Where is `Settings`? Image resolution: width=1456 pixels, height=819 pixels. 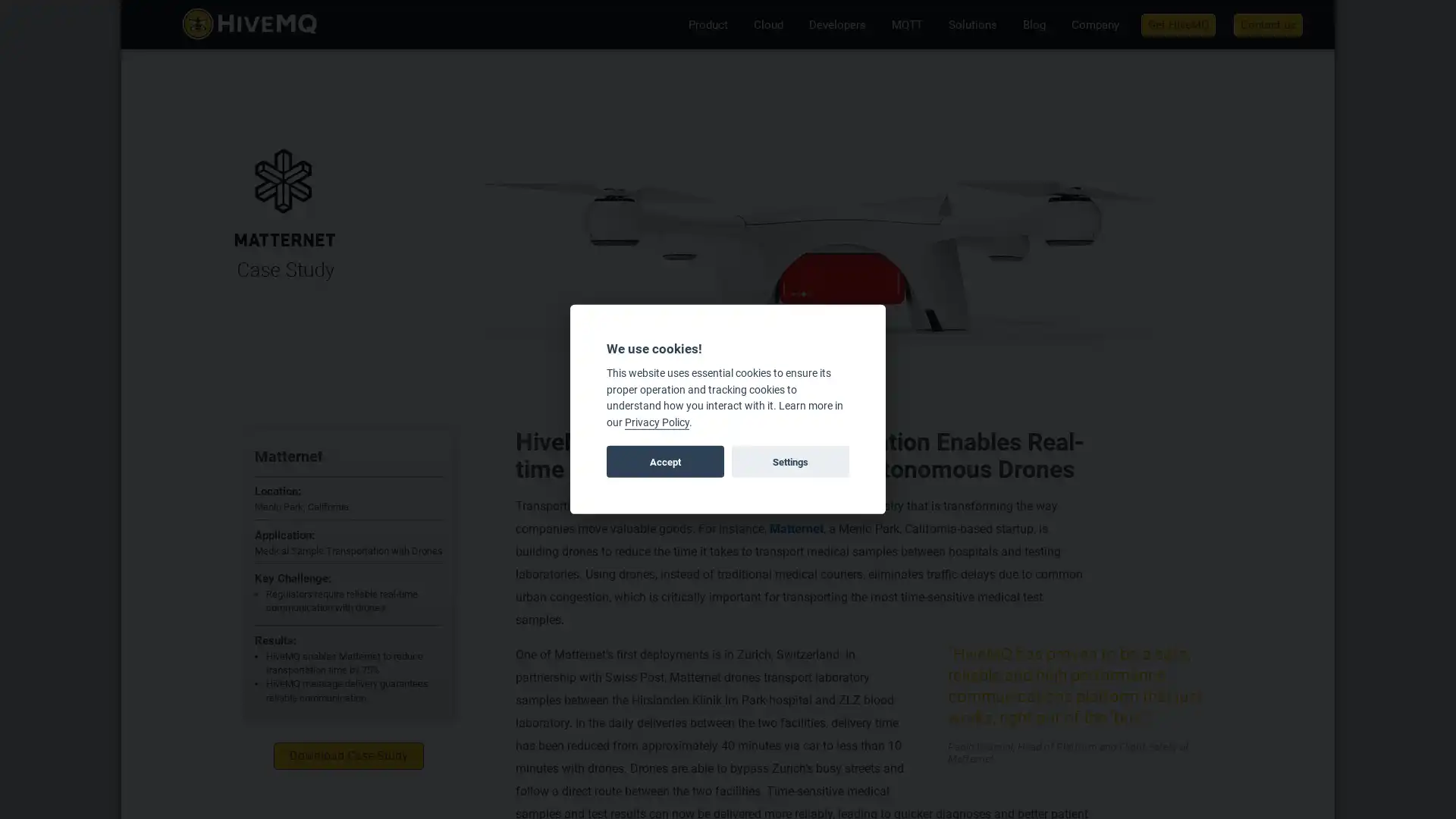
Settings is located at coordinates (789, 461).